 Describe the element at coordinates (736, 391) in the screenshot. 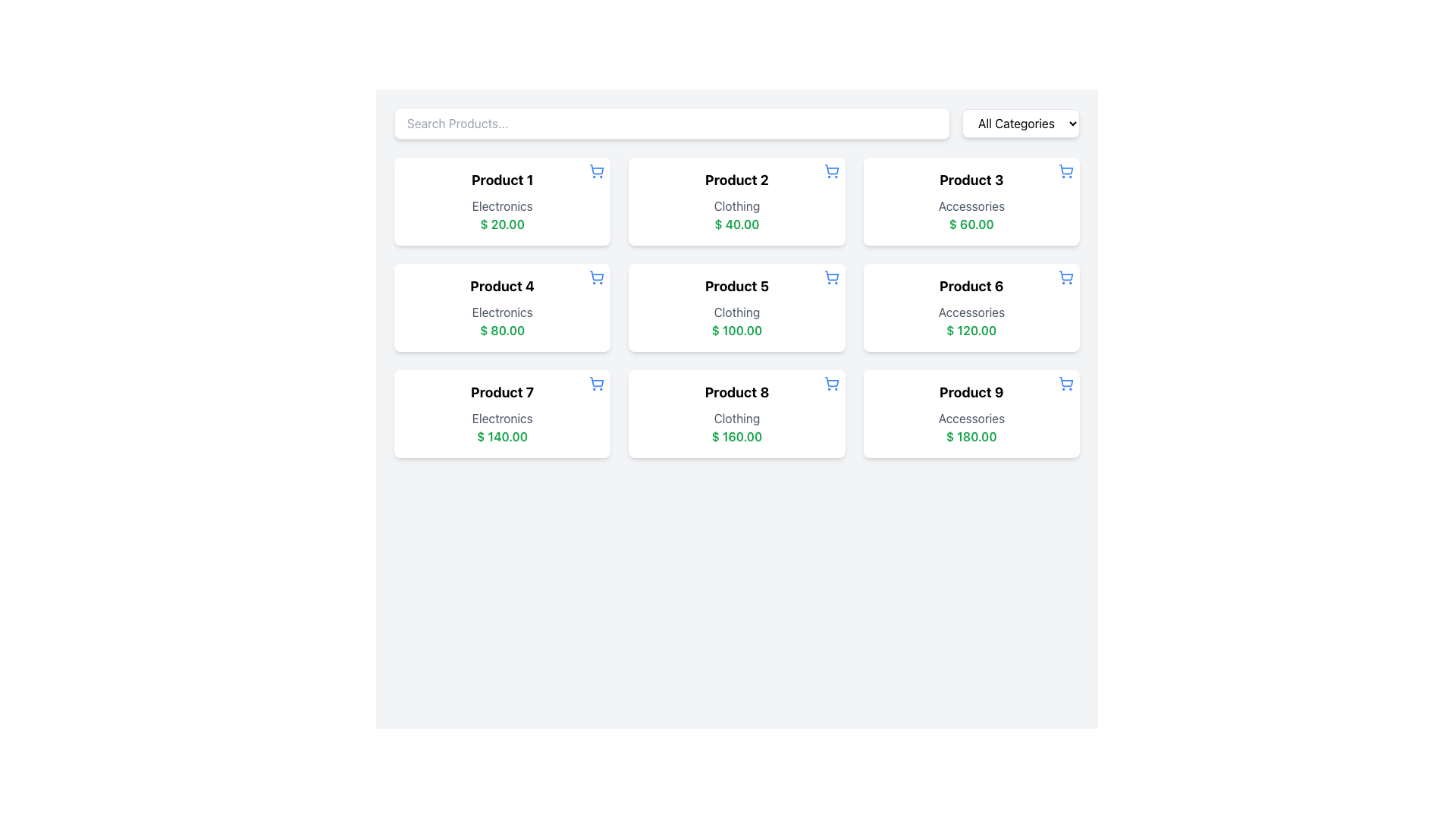

I see `text of the product label positioned at the top of the card, which identifies the product and is located near the category label and price` at that location.